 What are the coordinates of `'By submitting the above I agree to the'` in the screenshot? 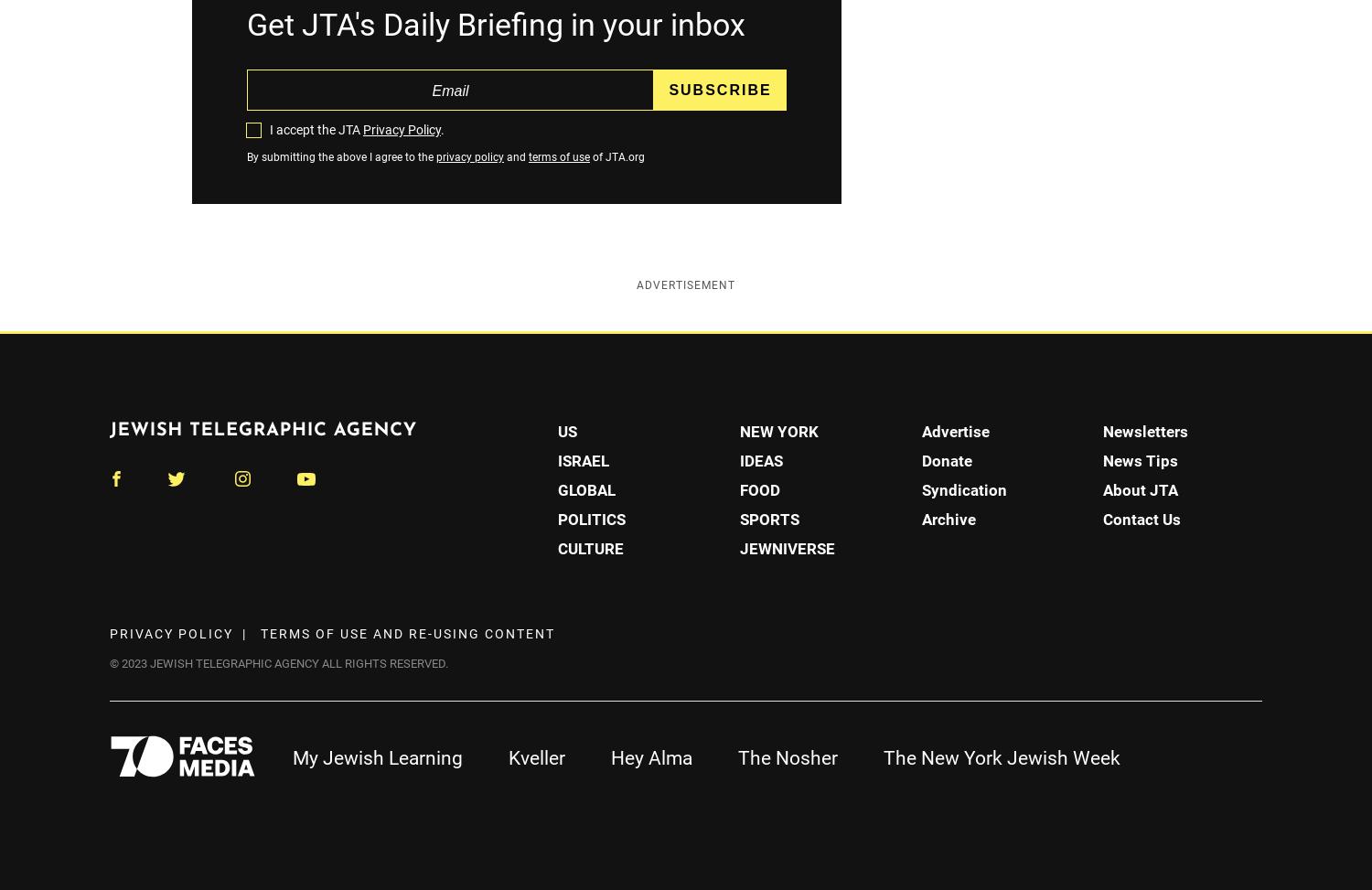 It's located at (247, 157).